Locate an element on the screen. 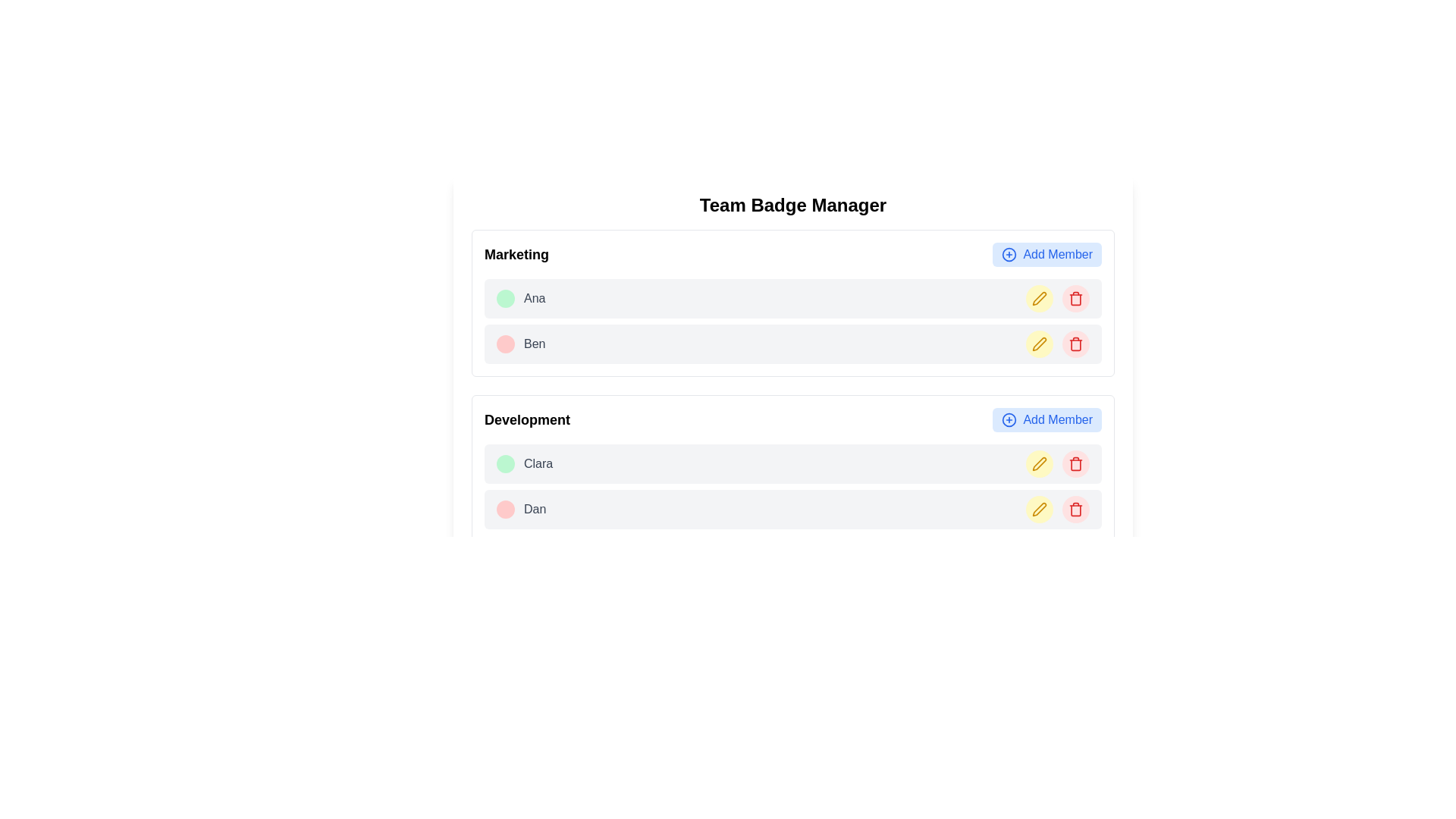 This screenshot has width=1456, height=819. the SVG circle element that is part of the 'Add Member' button's icon located at the top-right corner of the 'Team Badge Manager' interface in the 'Development' section is located at coordinates (1009, 420).